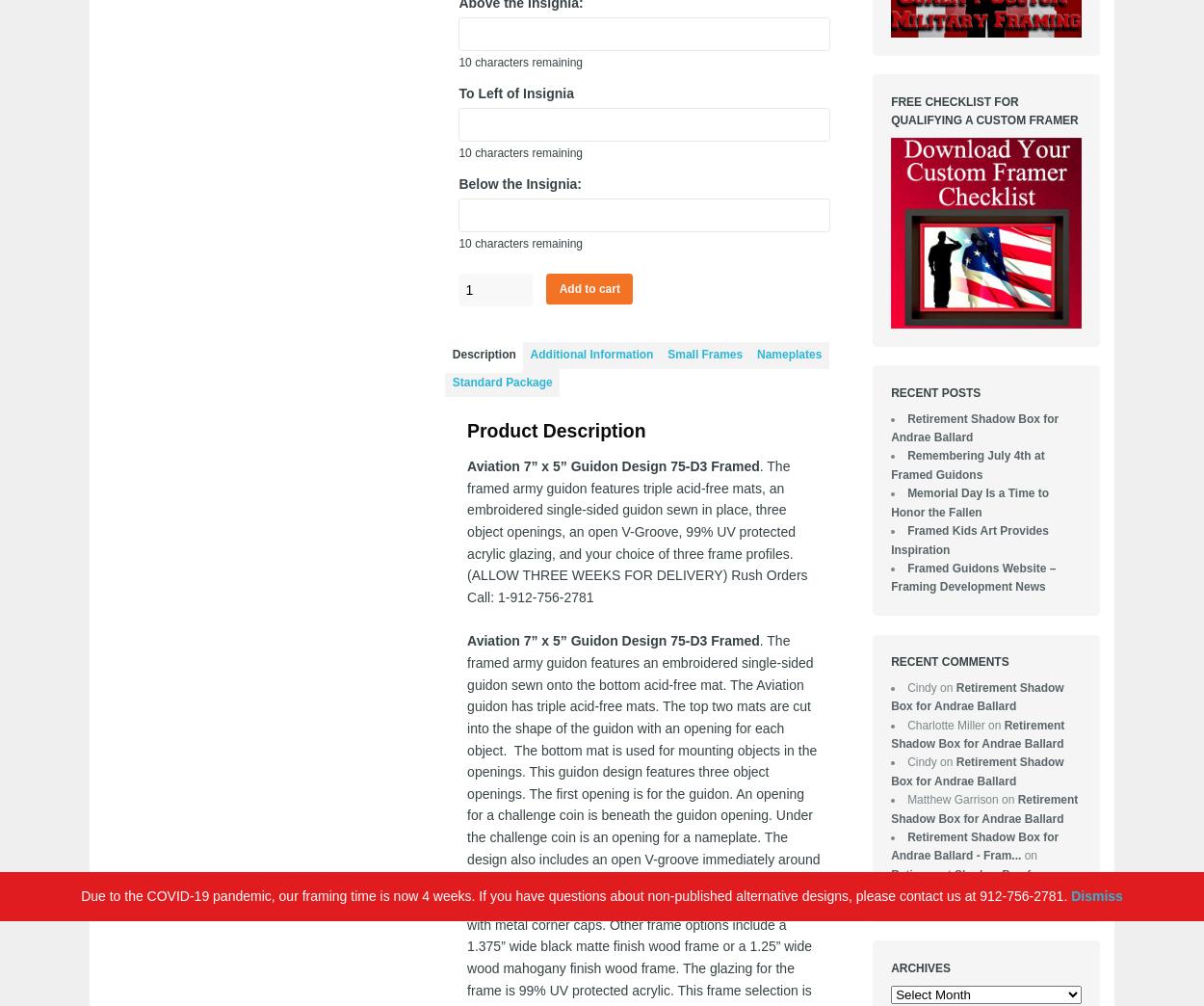 This screenshot has width=1204, height=1006. Describe the element at coordinates (973, 577) in the screenshot. I see `'Framed Guidons Website – Framing Development News'` at that location.